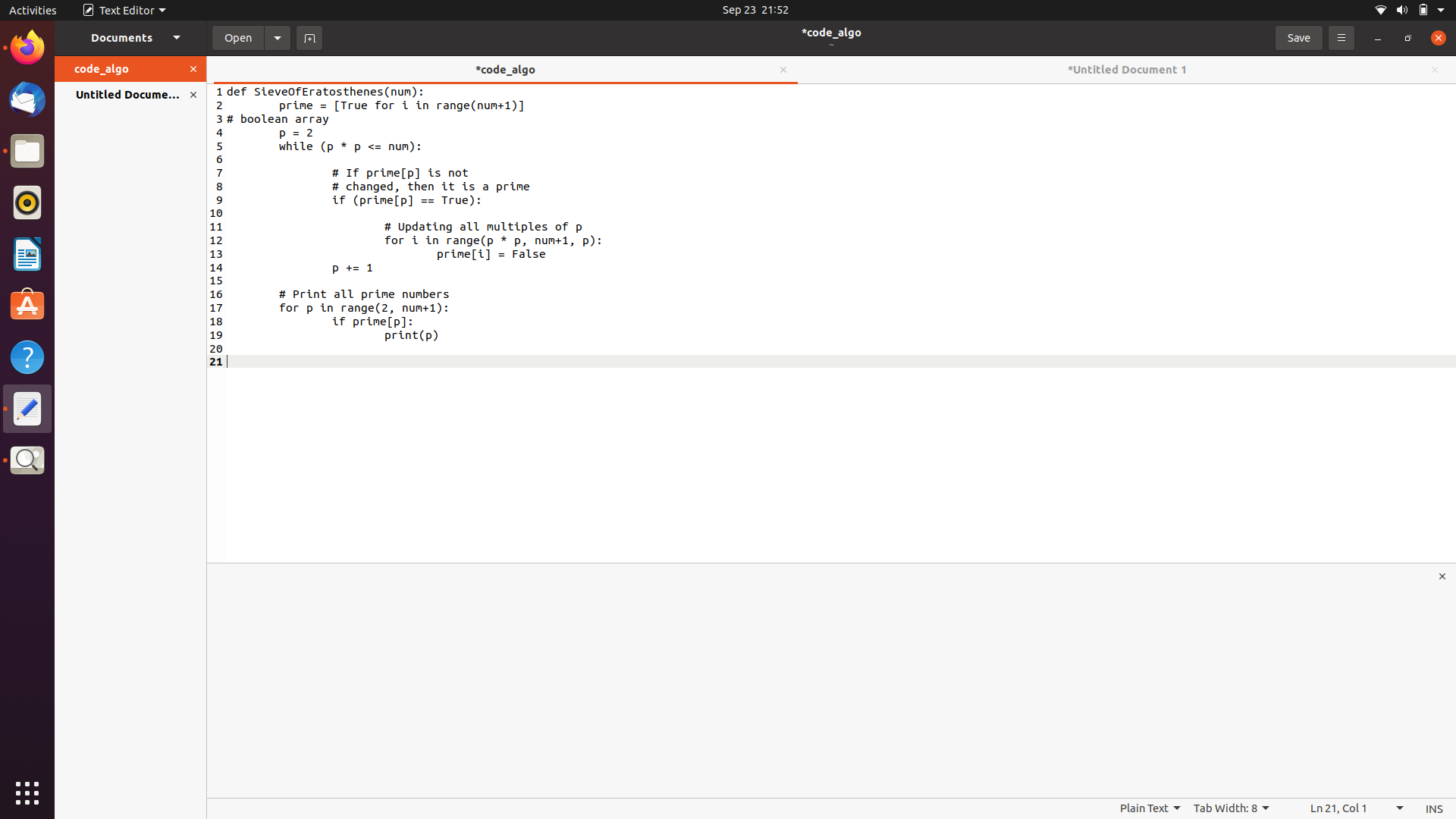 The width and height of the screenshot is (1456, 819). Describe the element at coordinates (290, 119) in the screenshot. I see `Duplicate the material from code_algo and paste it into an untitled document utilizing hotkeys Ctrl+A, Ctrl+C, and Ctrl+V` at that location.